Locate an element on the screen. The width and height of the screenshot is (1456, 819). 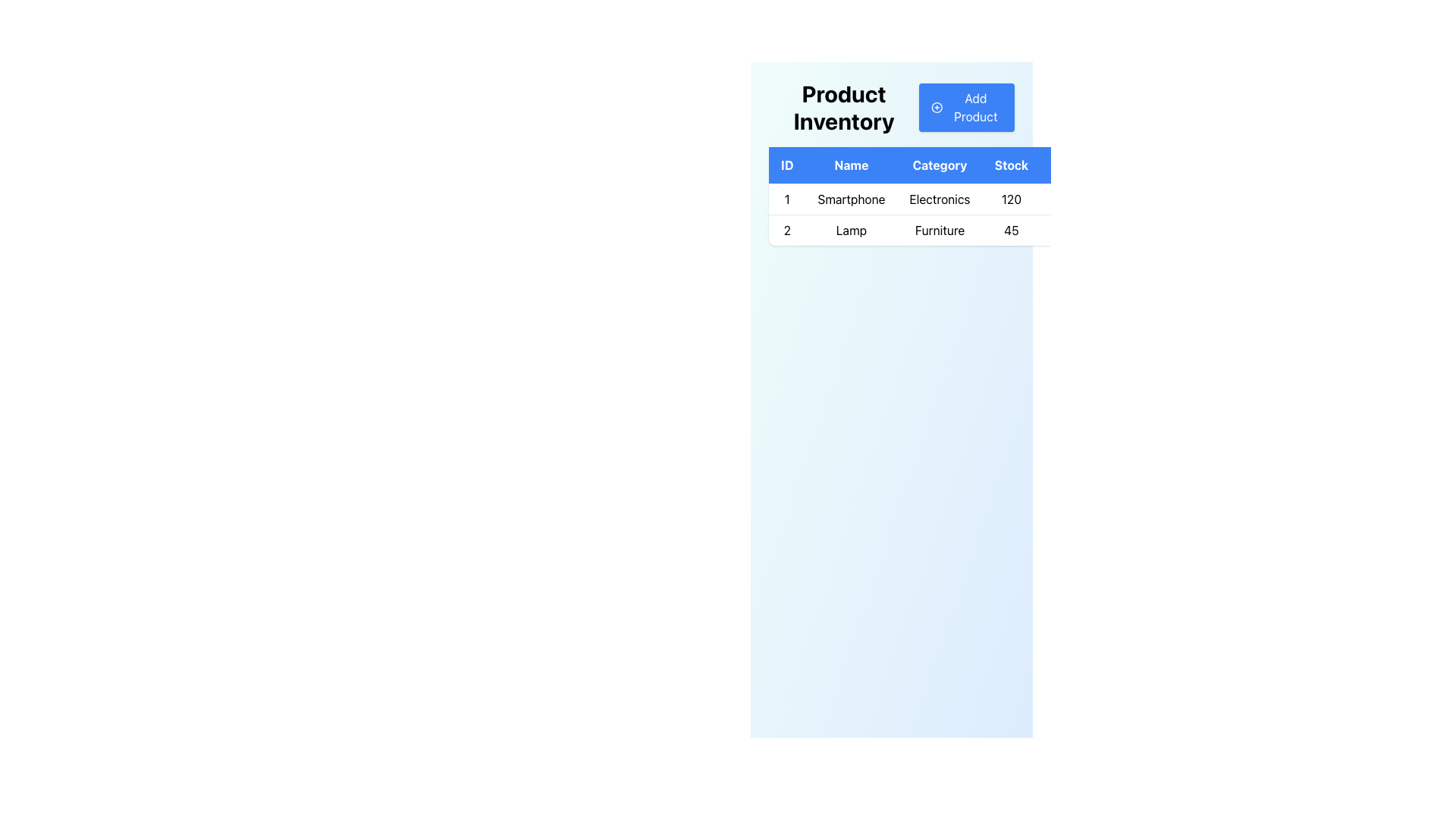
the 'Smartphone' text label located in the first row, second column of the table under the 'Name' column is located at coordinates (852, 198).